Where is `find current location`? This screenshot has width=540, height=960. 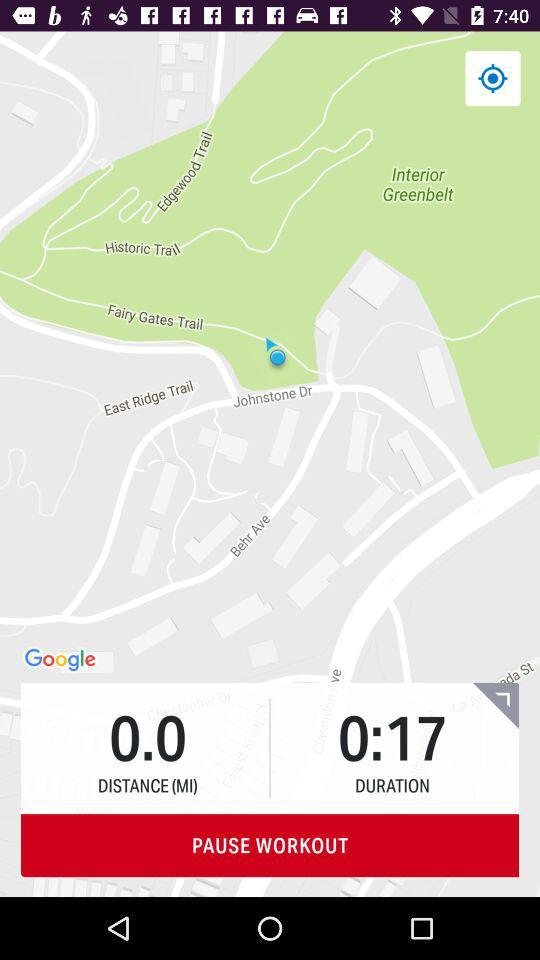
find current location is located at coordinates (491, 78).